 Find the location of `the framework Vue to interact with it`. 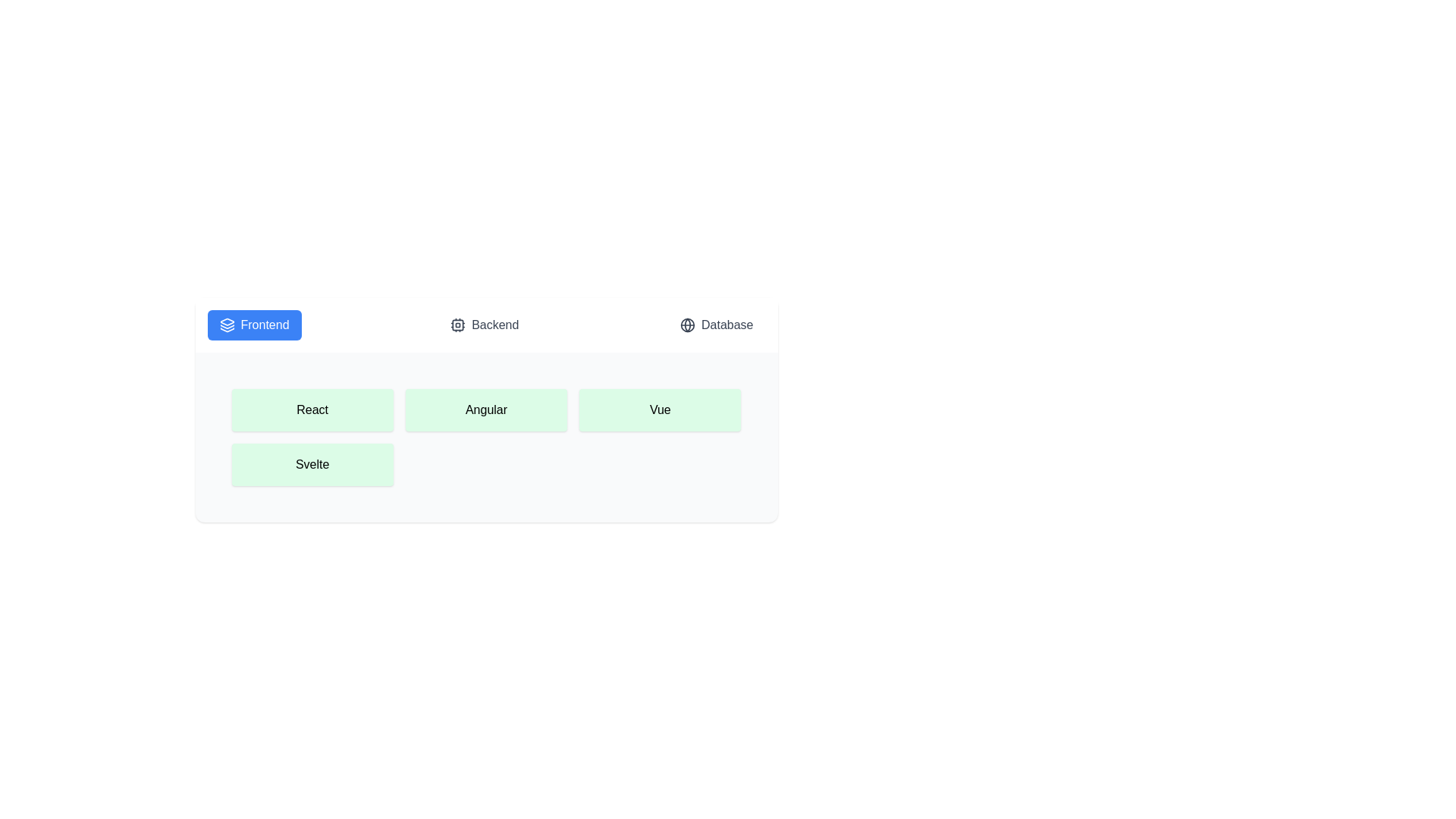

the framework Vue to interact with it is located at coordinates (659, 409).